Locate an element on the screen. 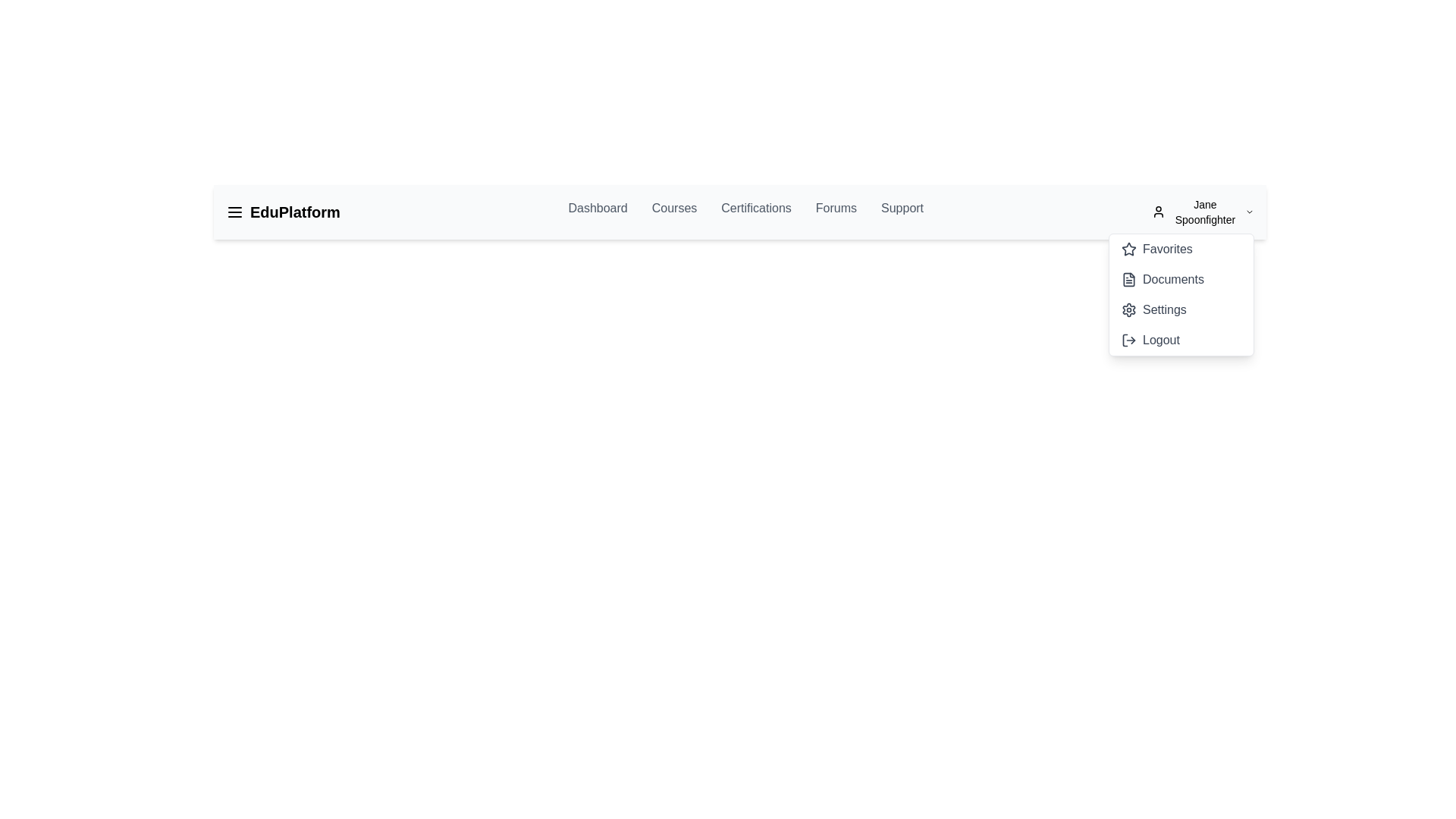  the text label identifying the platform or application name in the navigation bar by moving the cursor to its center point is located at coordinates (295, 212).